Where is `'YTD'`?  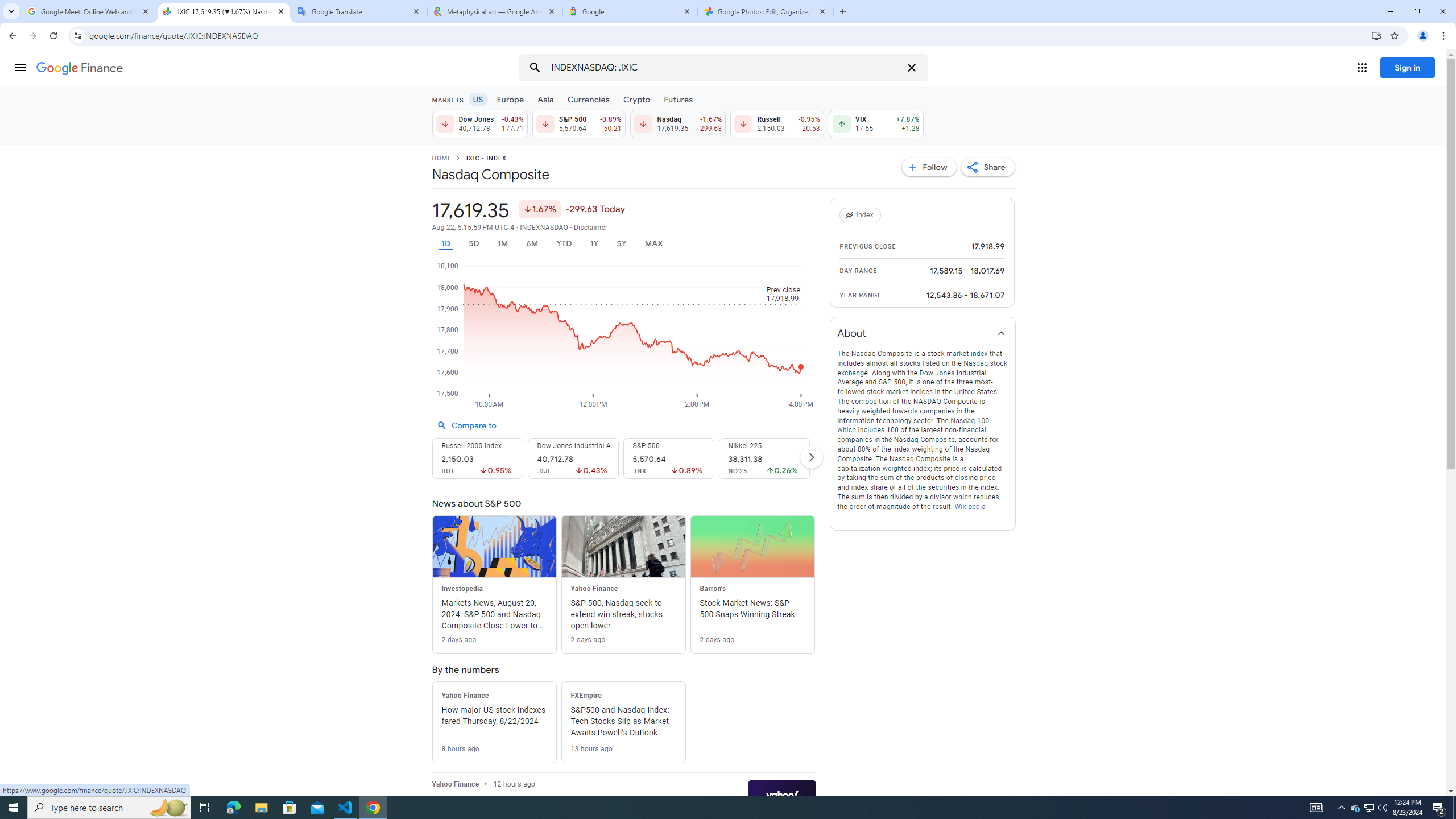
'YTD' is located at coordinates (563, 243).